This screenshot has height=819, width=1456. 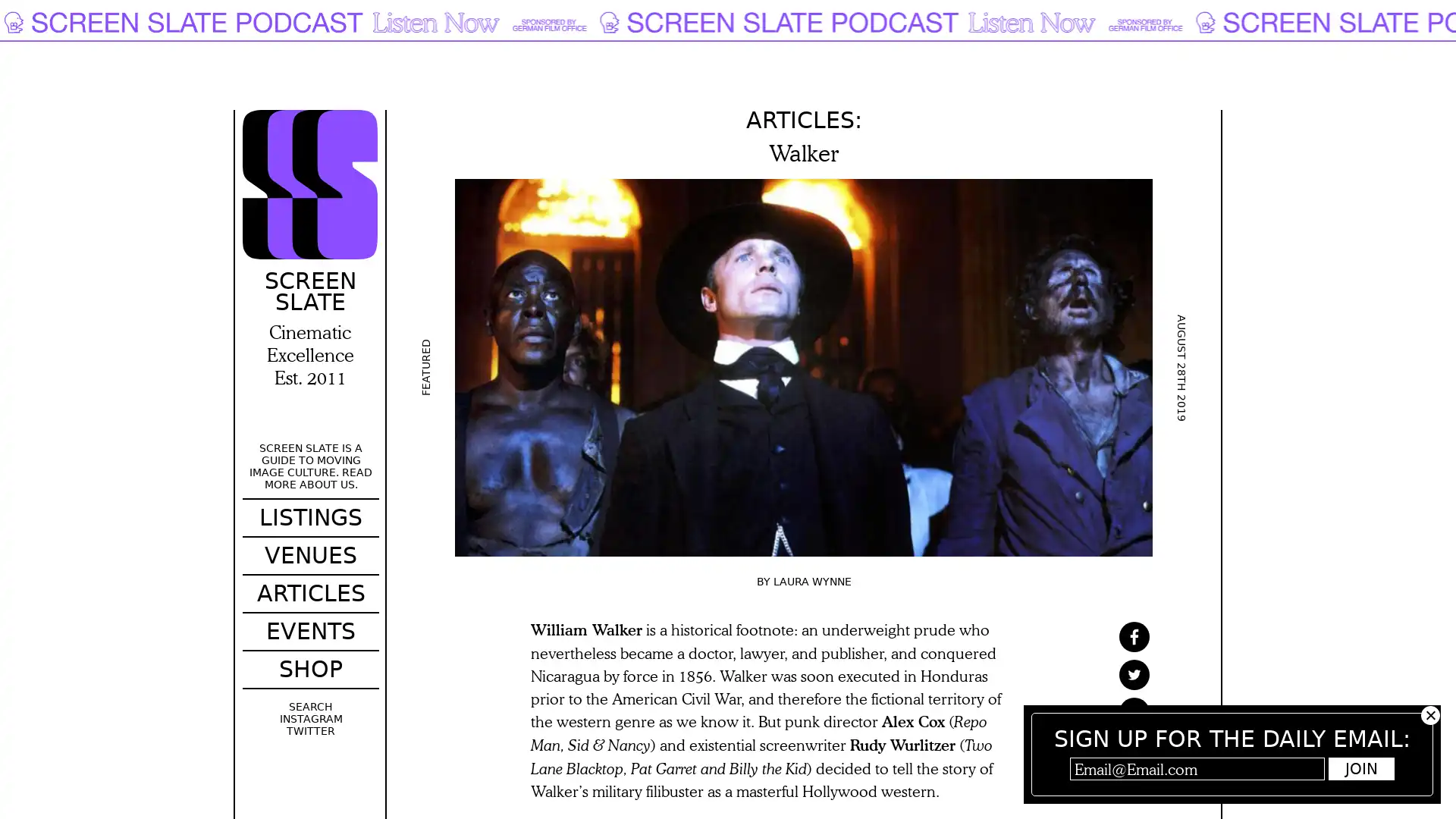 I want to click on Join, so click(x=1361, y=769).